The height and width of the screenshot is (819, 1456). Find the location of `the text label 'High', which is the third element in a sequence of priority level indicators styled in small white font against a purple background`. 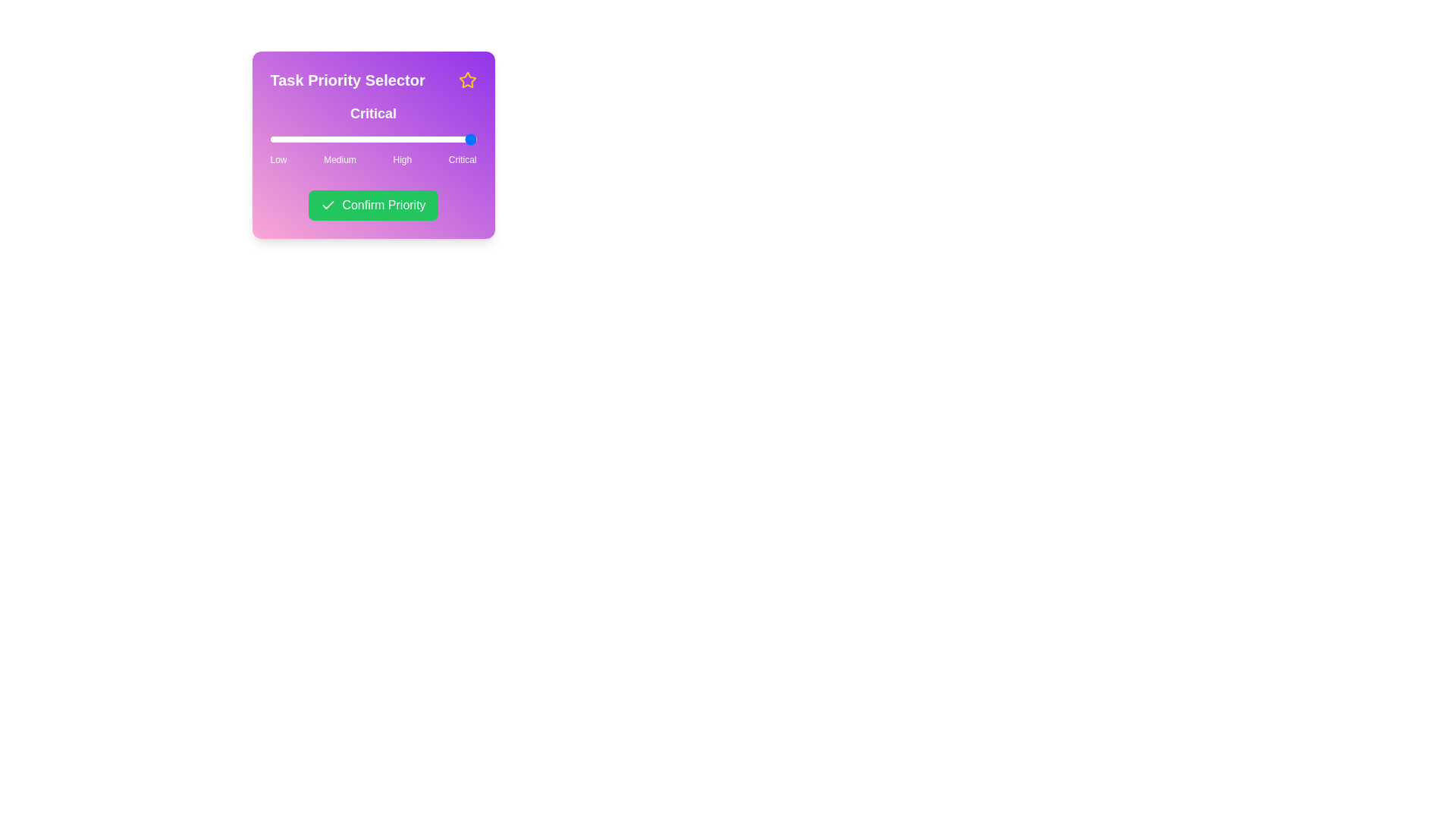

the text label 'High', which is the third element in a sequence of priority level indicators styled in small white font against a purple background is located at coordinates (402, 160).